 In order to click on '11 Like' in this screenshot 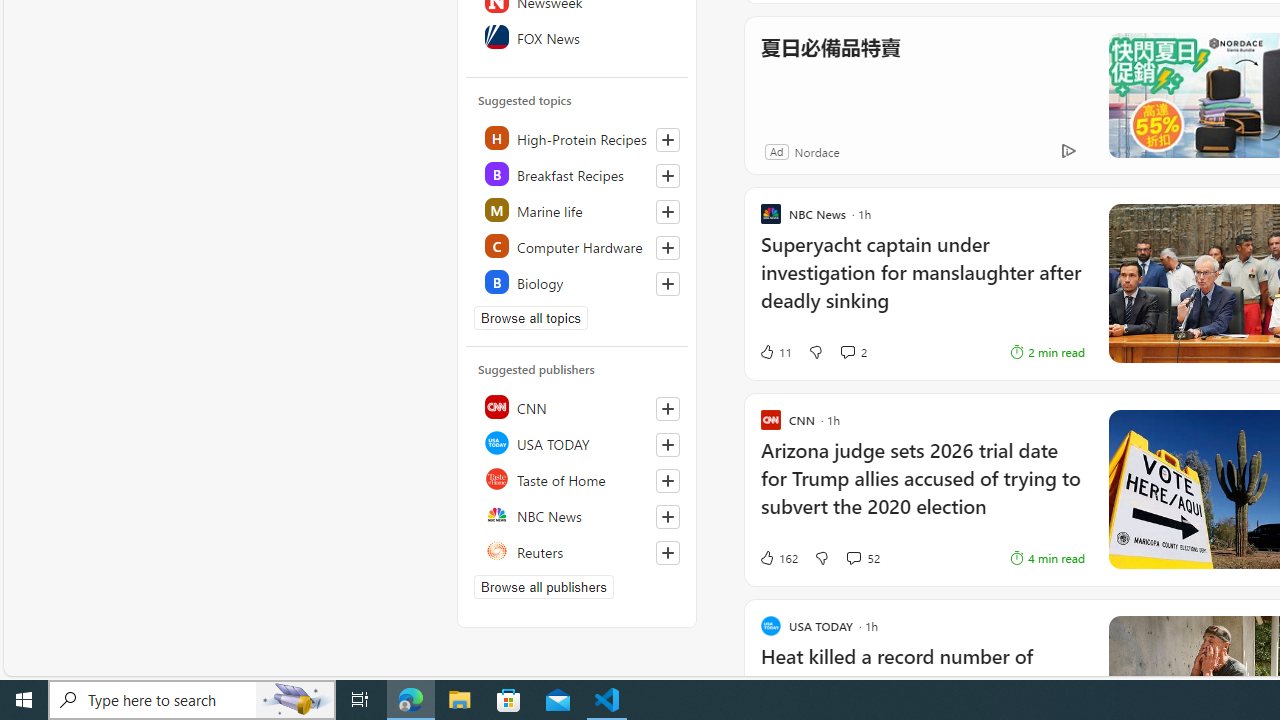, I will do `click(774, 351)`.